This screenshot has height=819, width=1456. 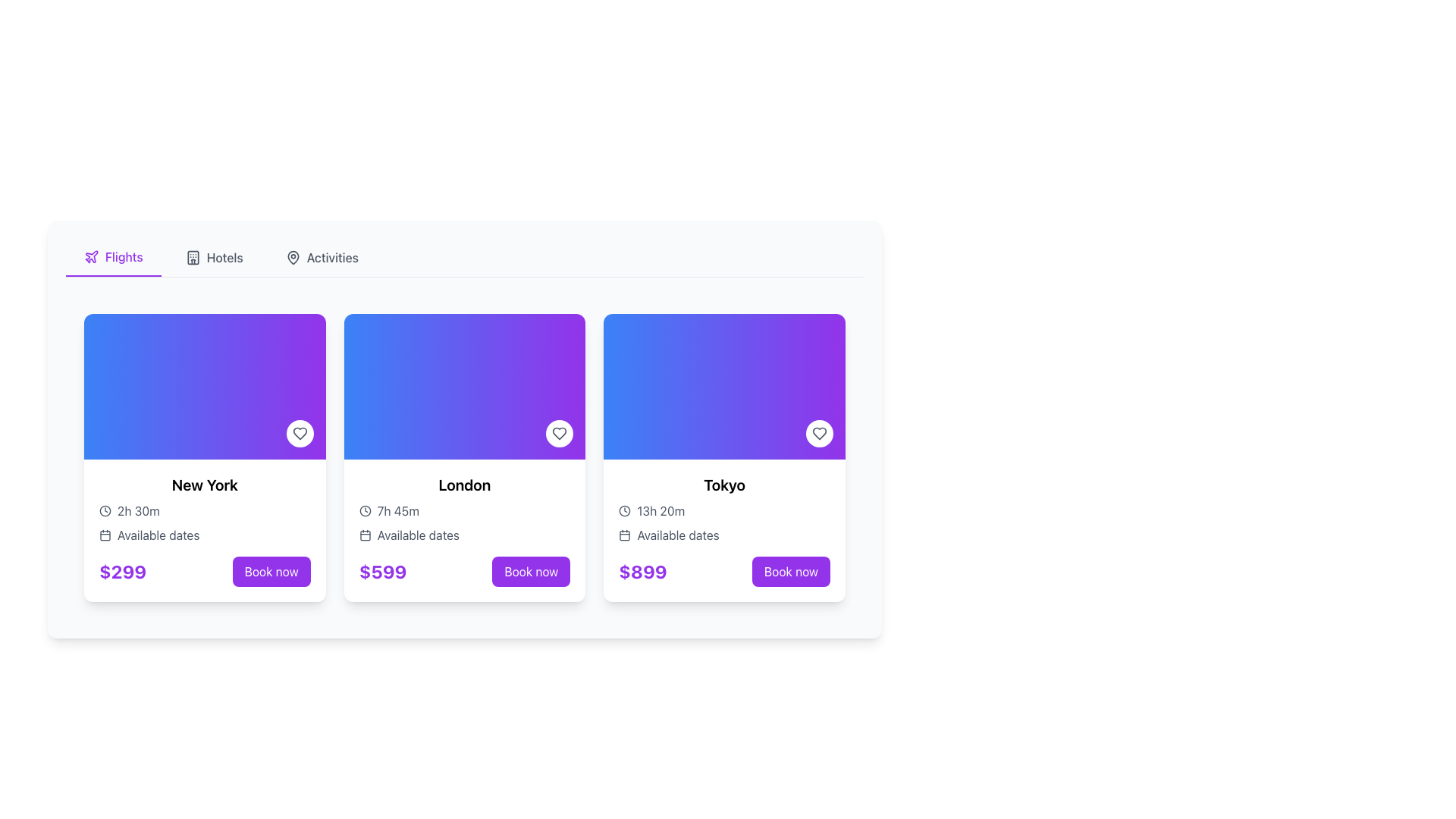 I want to click on the Text label displaying '13h 20m' that indicates duration information, located below the title 'Tokyo' and above 'Available dates', adjacent to a clock icon, so click(x=661, y=511).